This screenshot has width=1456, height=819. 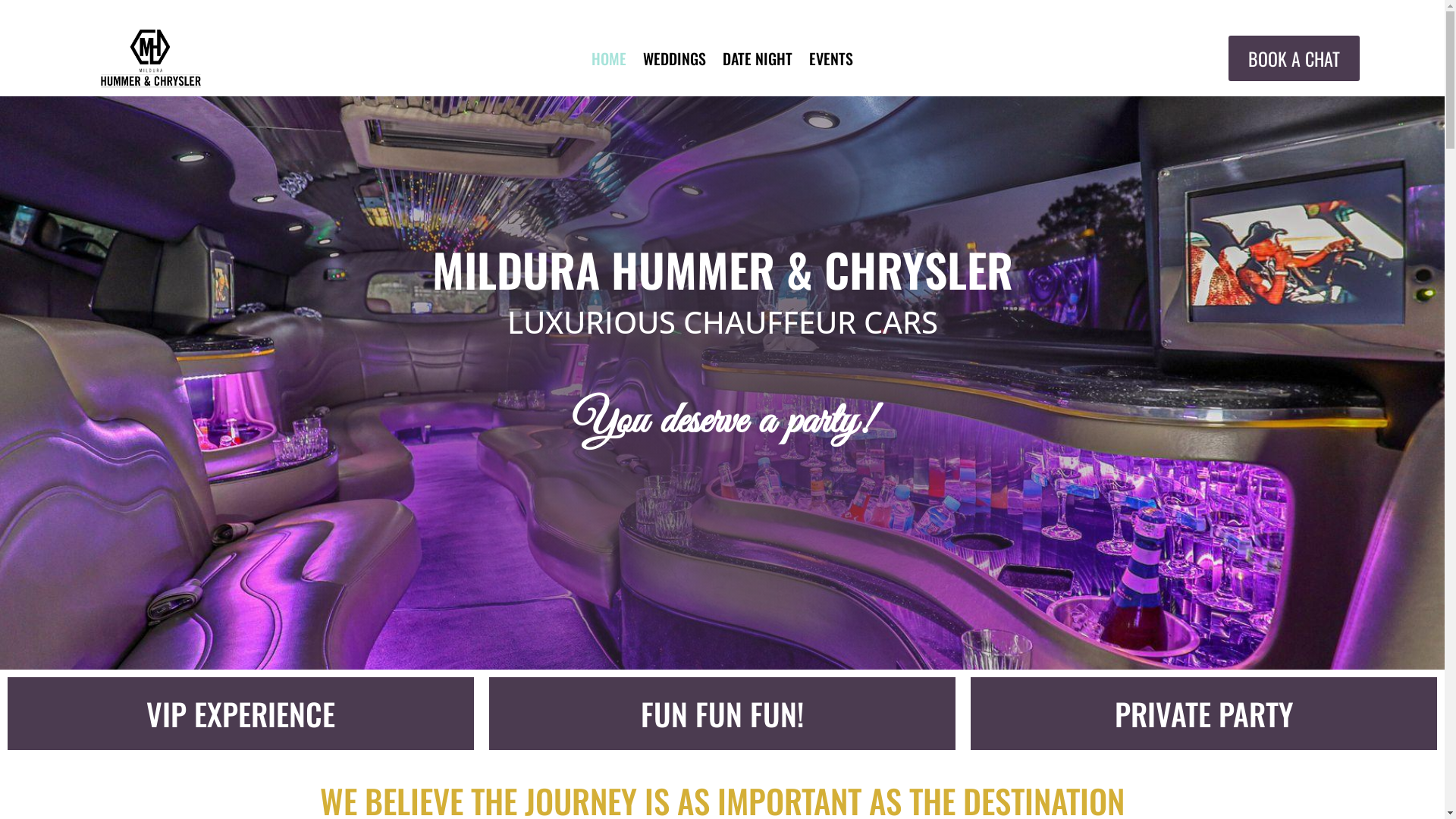 What do you see at coordinates (757, 61) in the screenshot?
I see `'DATE NIGHT'` at bounding box center [757, 61].